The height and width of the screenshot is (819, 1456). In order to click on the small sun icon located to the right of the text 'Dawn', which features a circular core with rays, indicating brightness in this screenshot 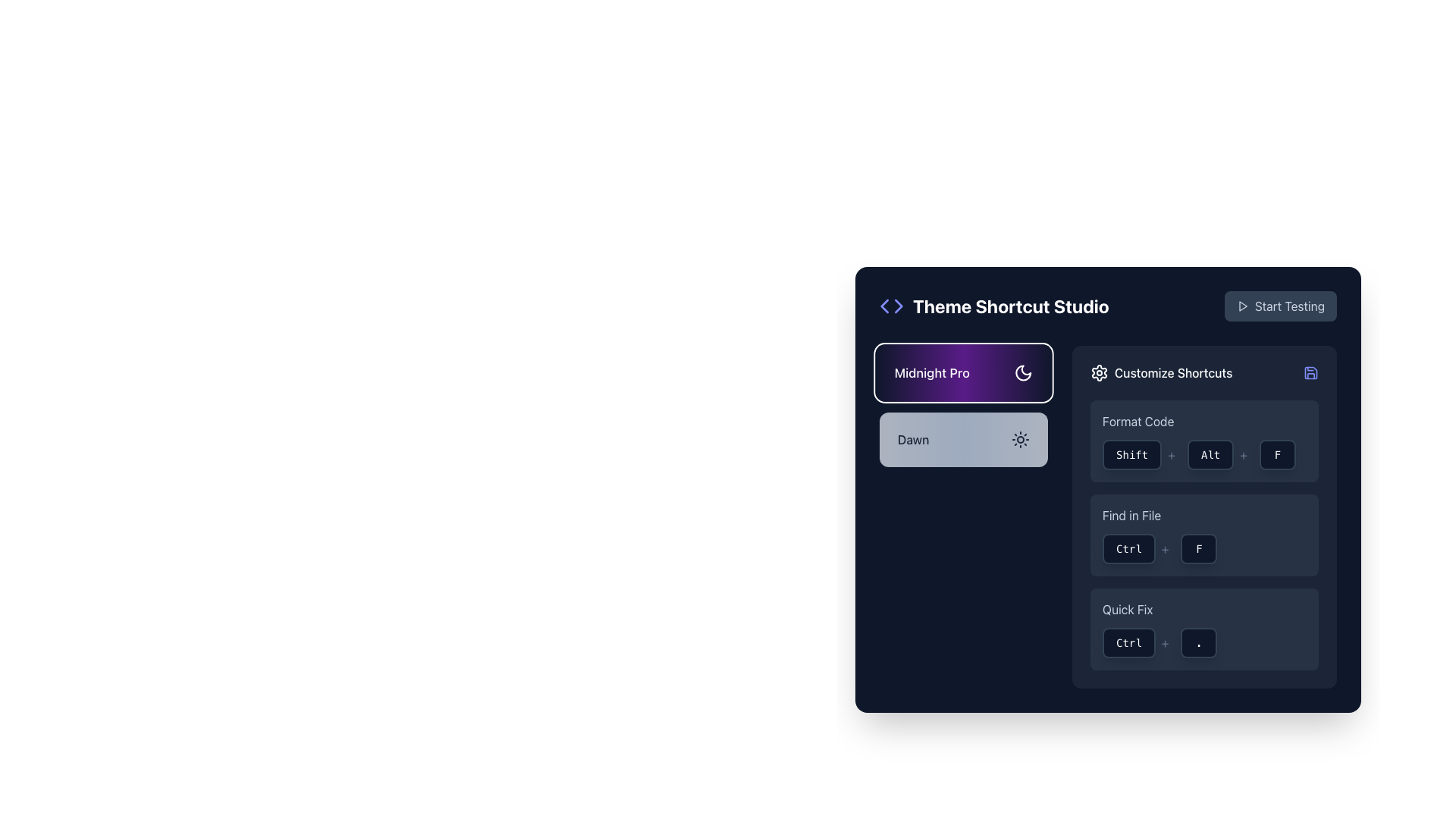, I will do `click(1020, 439)`.